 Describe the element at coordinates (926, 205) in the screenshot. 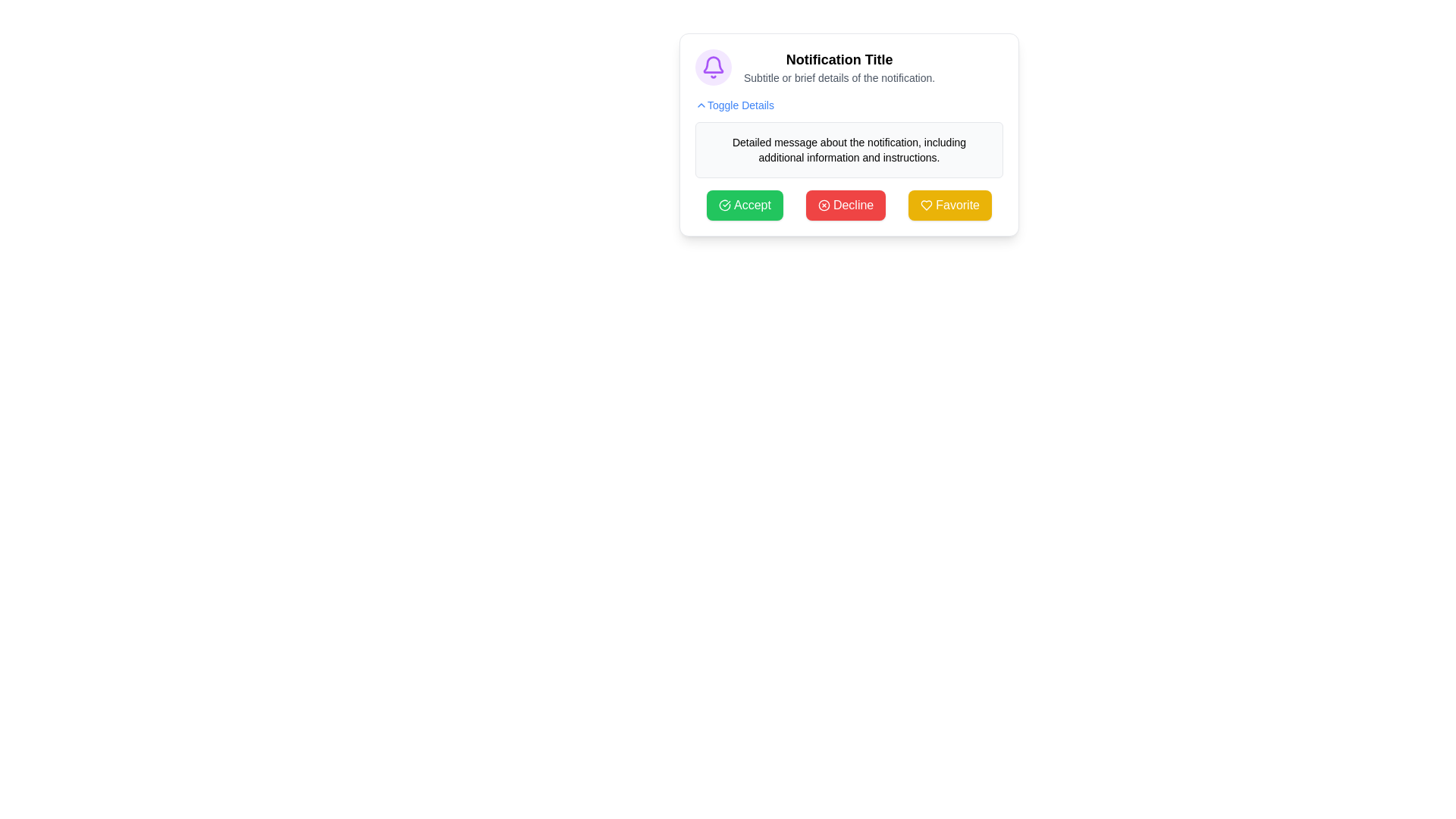

I see `the favorite icon located within the yellow button labeled 'Favorite' at the bottom-right part of the notification card` at that location.